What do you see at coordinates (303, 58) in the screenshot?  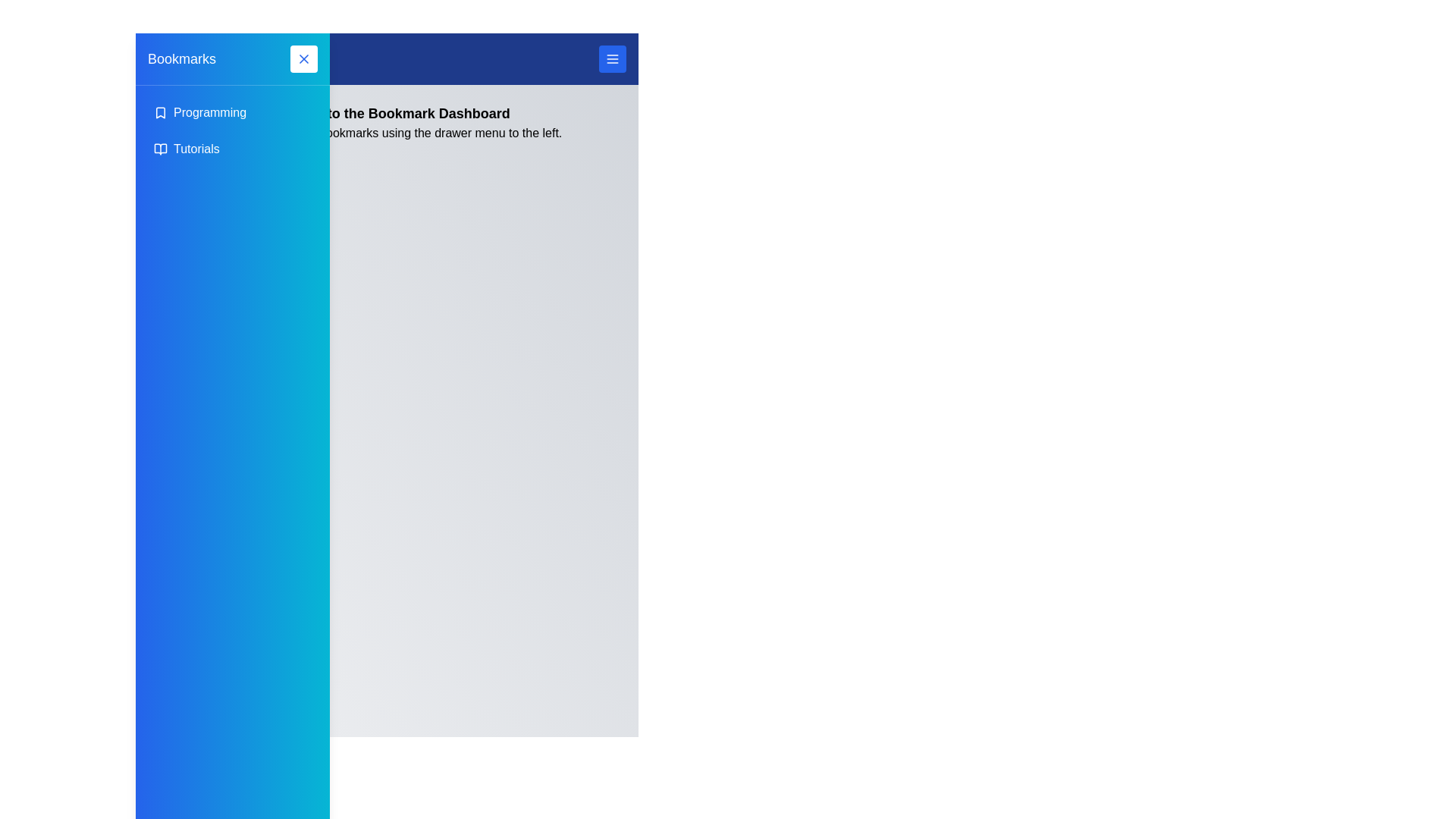 I see `the close icon button located in the top-right corner of the navigation drawer` at bounding box center [303, 58].